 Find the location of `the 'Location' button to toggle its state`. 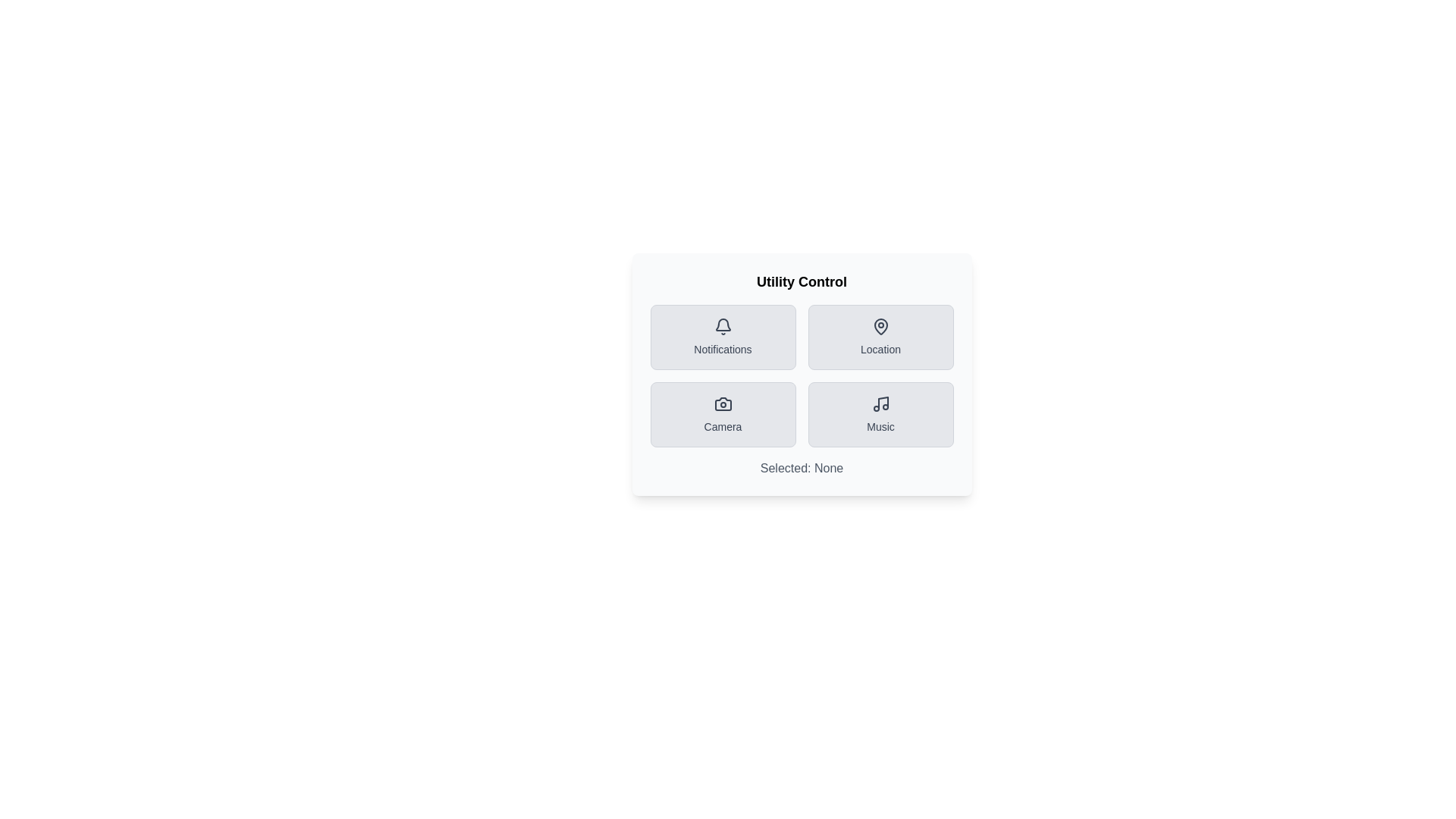

the 'Location' button to toggle its state is located at coordinates (880, 336).